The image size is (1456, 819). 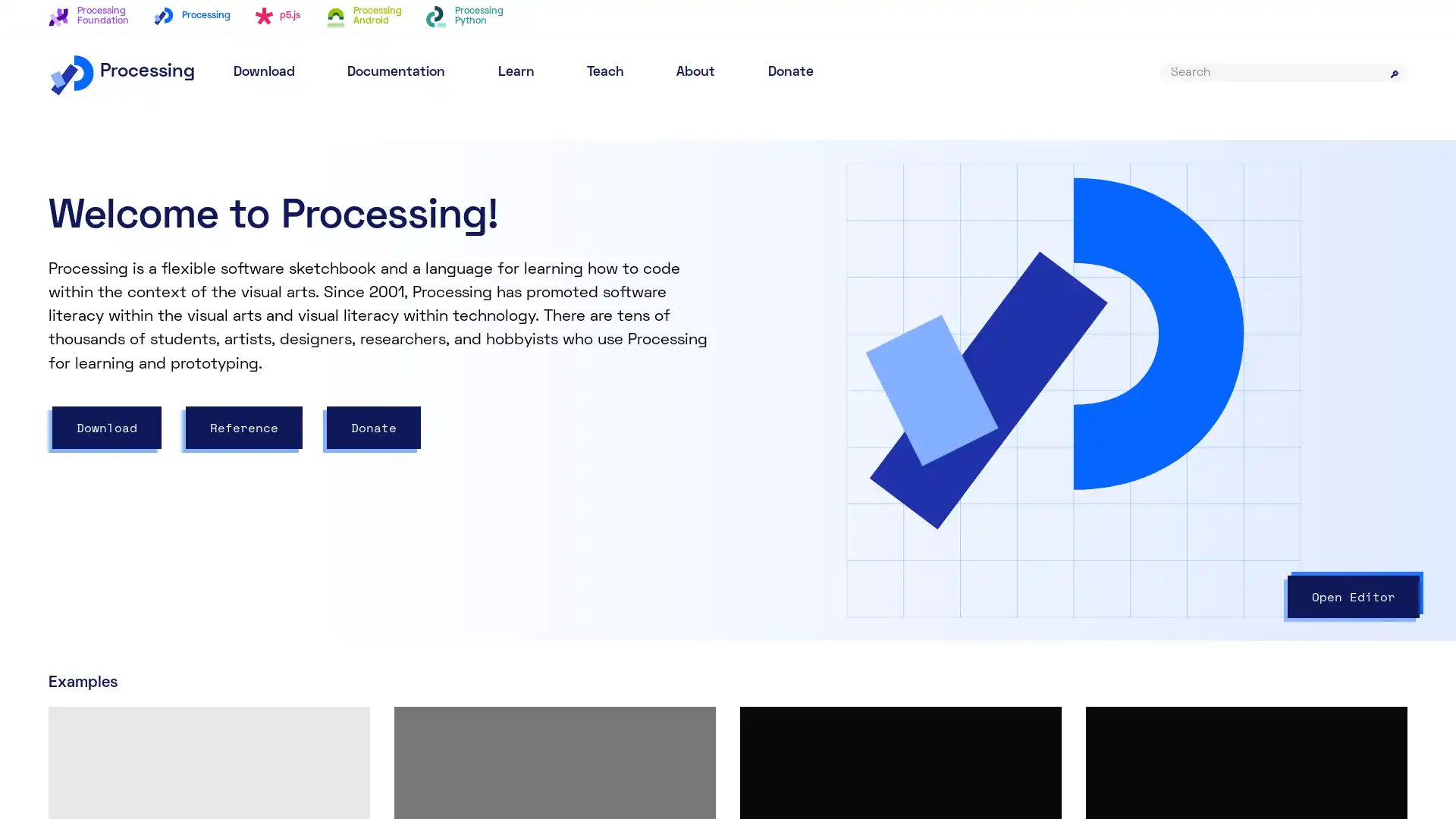 What do you see at coordinates (825, 450) in the screenshot?
I see `change position` at bounding box center [825, 450].